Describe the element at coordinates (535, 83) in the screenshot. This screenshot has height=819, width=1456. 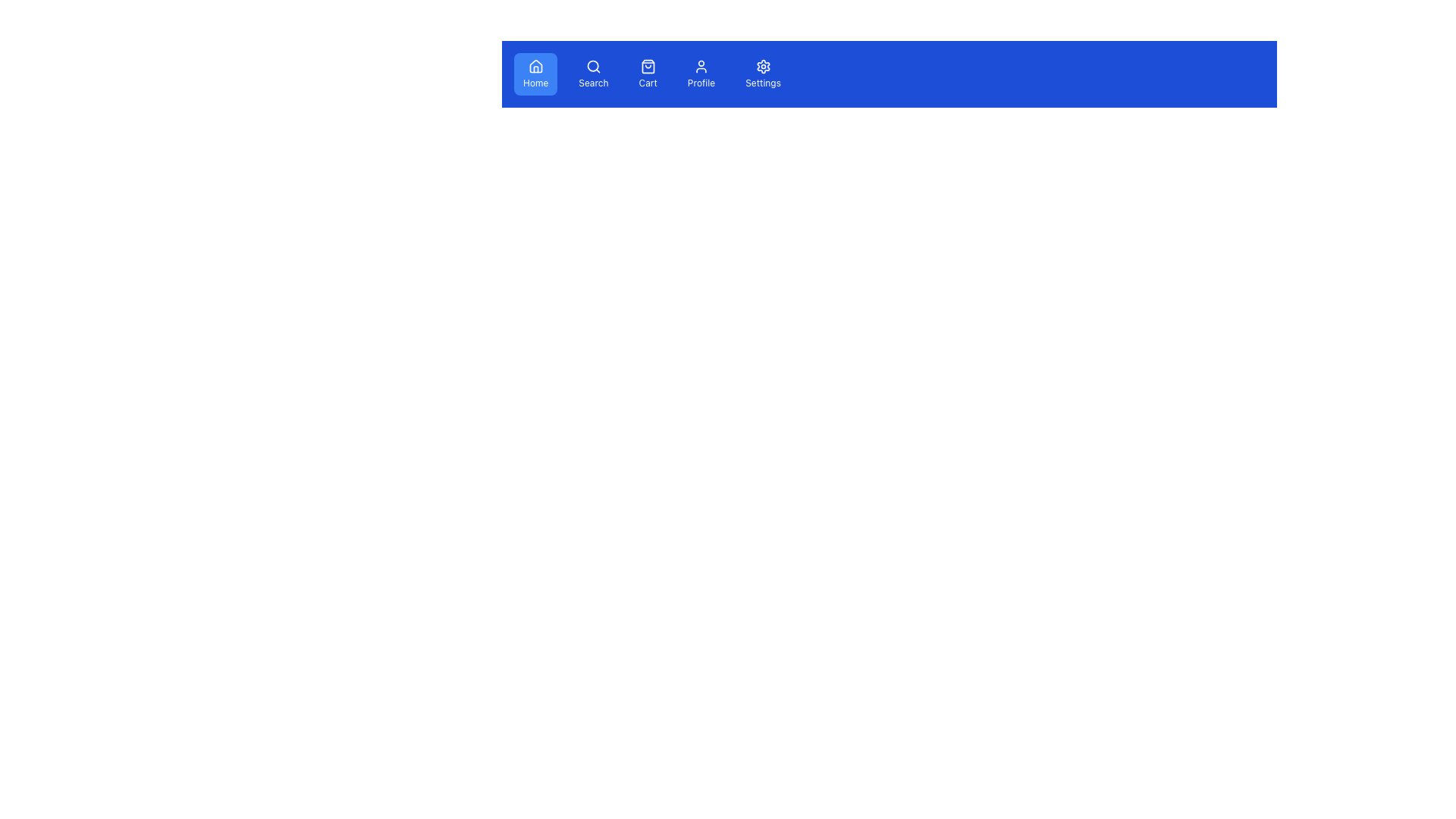
I see `the 'Home' text label, which is a small label in a thin, sans-serif font located beneath a house icon in a blue rounded-corner button in the top-left of the application interface` at that location.